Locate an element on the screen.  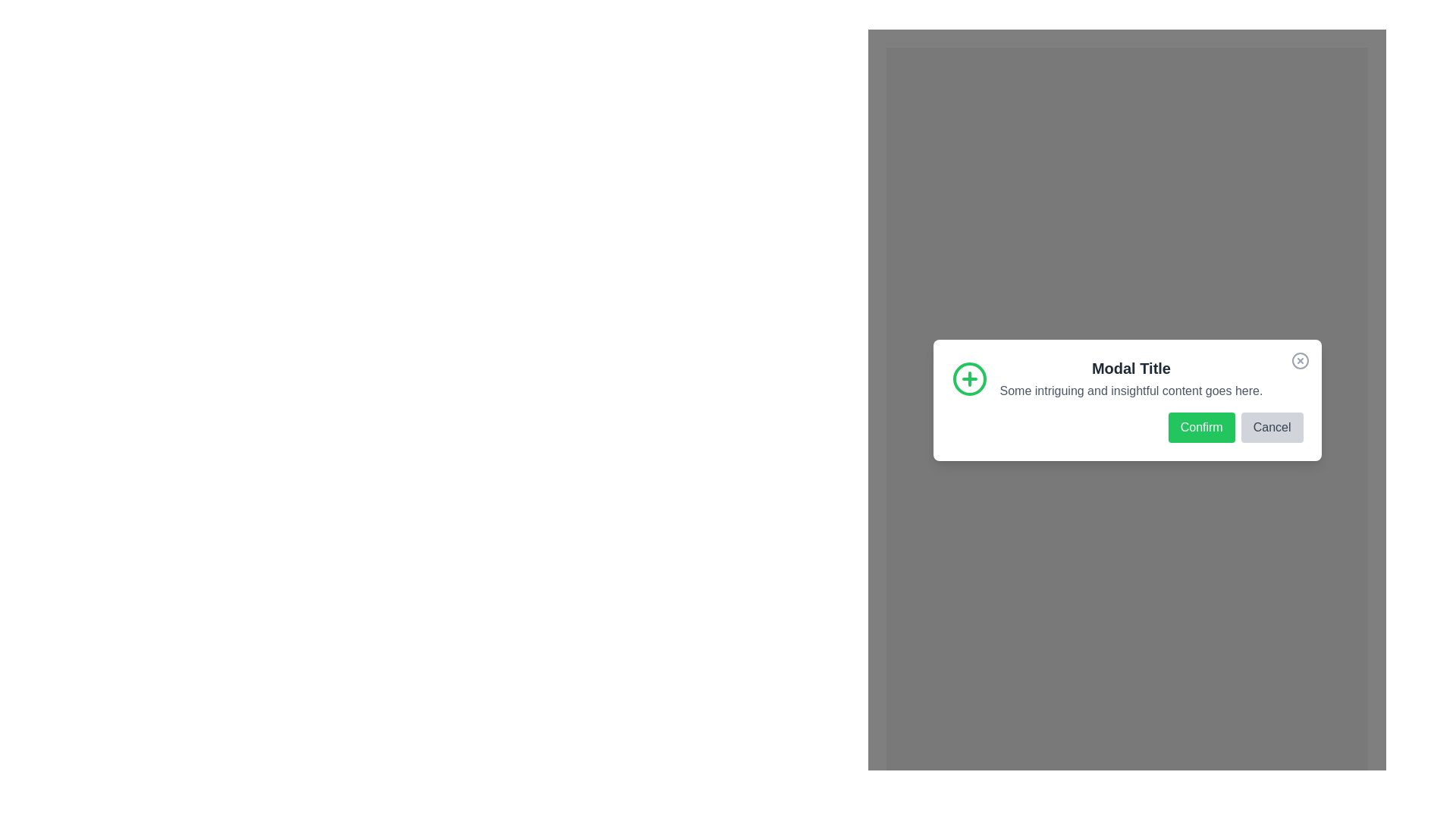
the static text label that provides descriptive information below the 'Modal Title' within the modal window is located at coordinates (1131, 390).